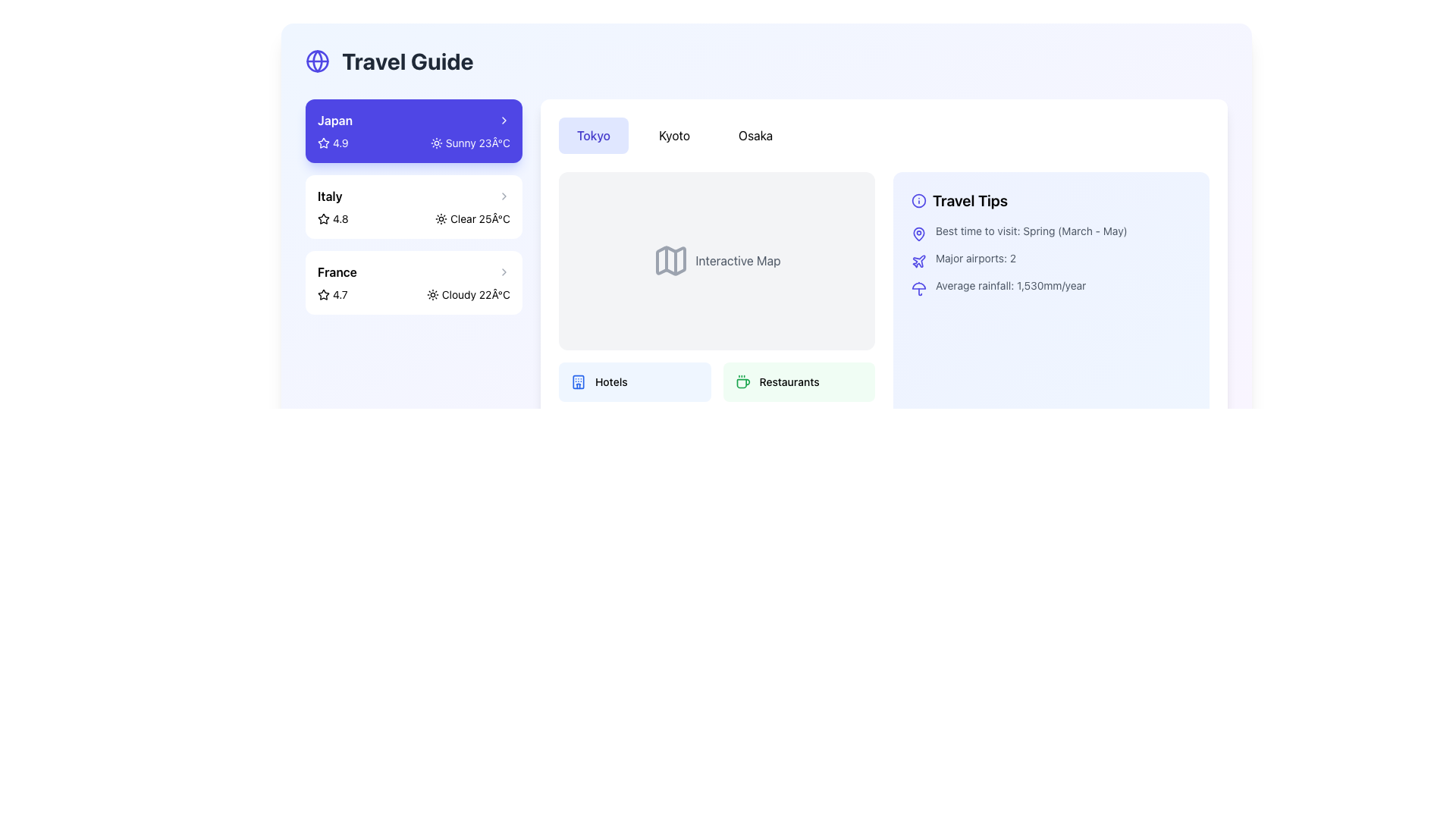 The height and width of the screenshot is (819, 1456). Describe the element at coordinates (340, 219) in the screenshot. I see `the text label displaying the rating '4.8' which is aligned horizontally with a star icon in the 'Italy' section of the vertically stacked list` at that location.